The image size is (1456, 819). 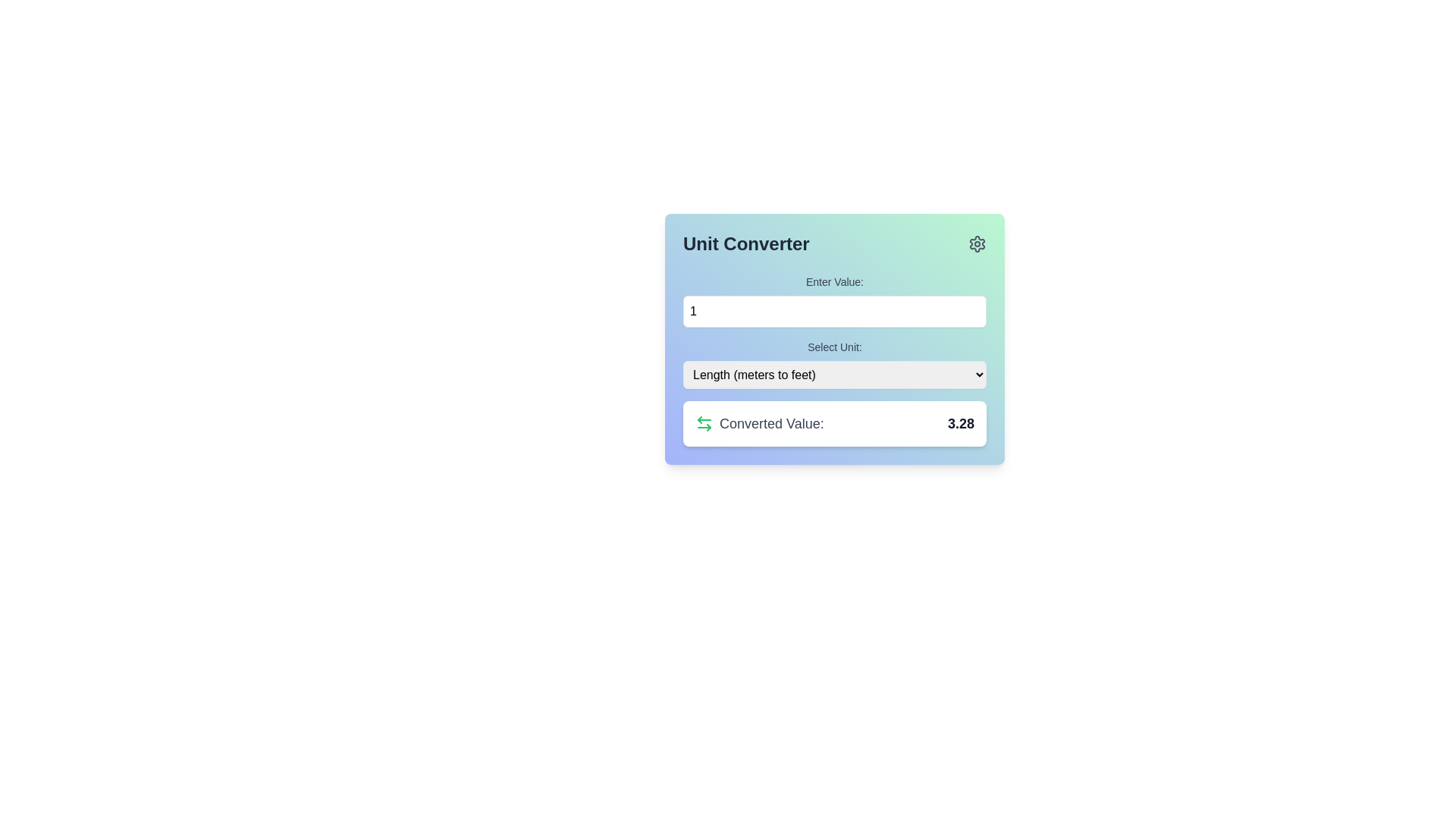 What do you see at coordinates (771, 424) in the screenshot?
I see `the rightmost Text Label that identifies the converted value, positioned above the numeric display and adjacent to the green conversion arrows icon` at bounding box center [771, 424].